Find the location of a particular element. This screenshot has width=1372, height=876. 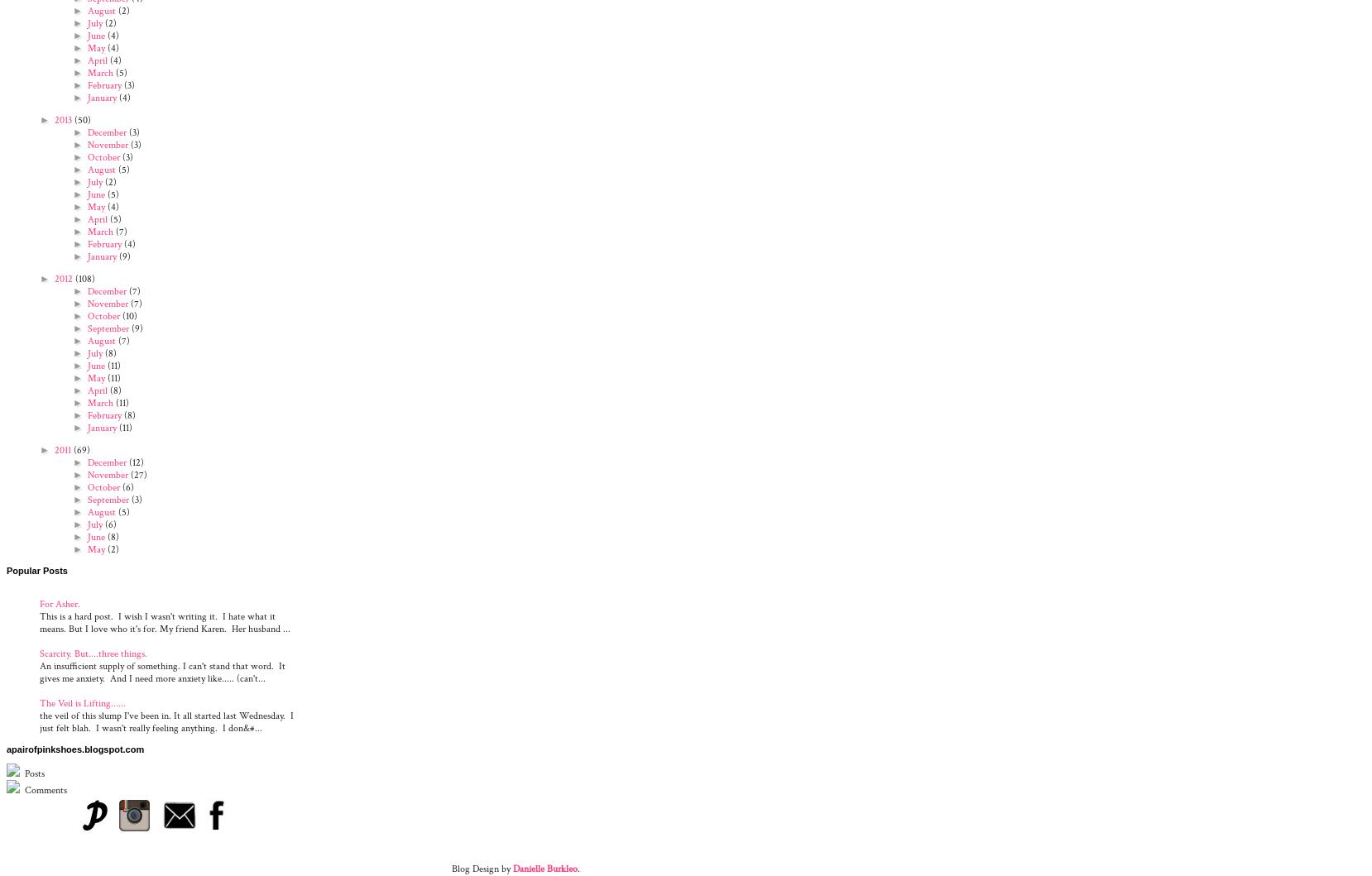

'For Asher.' is located at coordinates (59, 603).